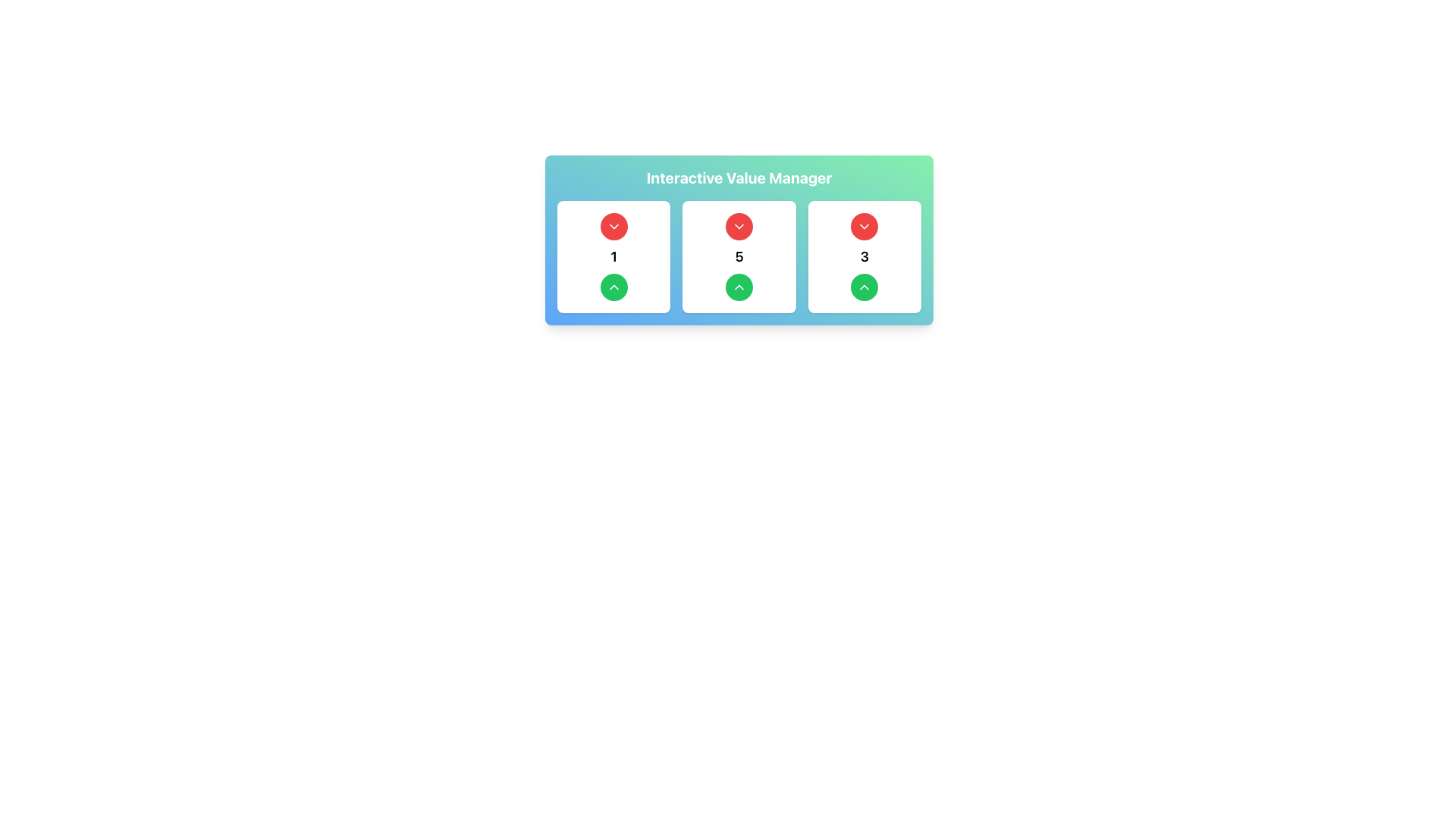 This screenshot has height=819, width=1456. What do you see at coordinates (739, 256) in the screenshot?
I see `the increment button located above the second numbered panel of the Interactive Value Manager grid to increase the displayed value` at bounding box center [739, 256].